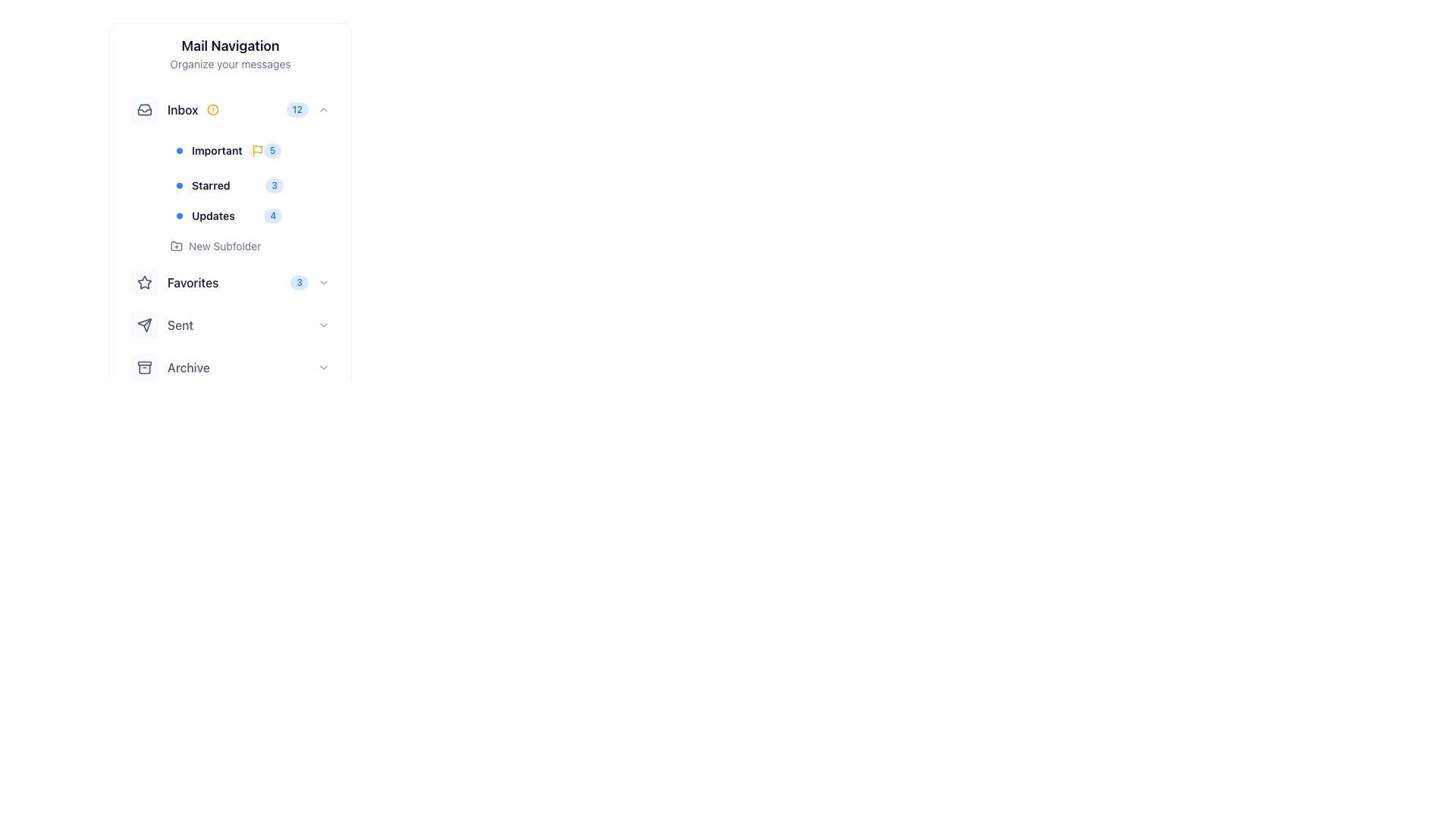 This screenshot has height=819, width=1456. I want to click on the 'Inbox' icon within the mail navigation system by interacting with the element that is positioned in the upper-left of the interface adjacent to the 'Inbox' label, so click(145, 109).